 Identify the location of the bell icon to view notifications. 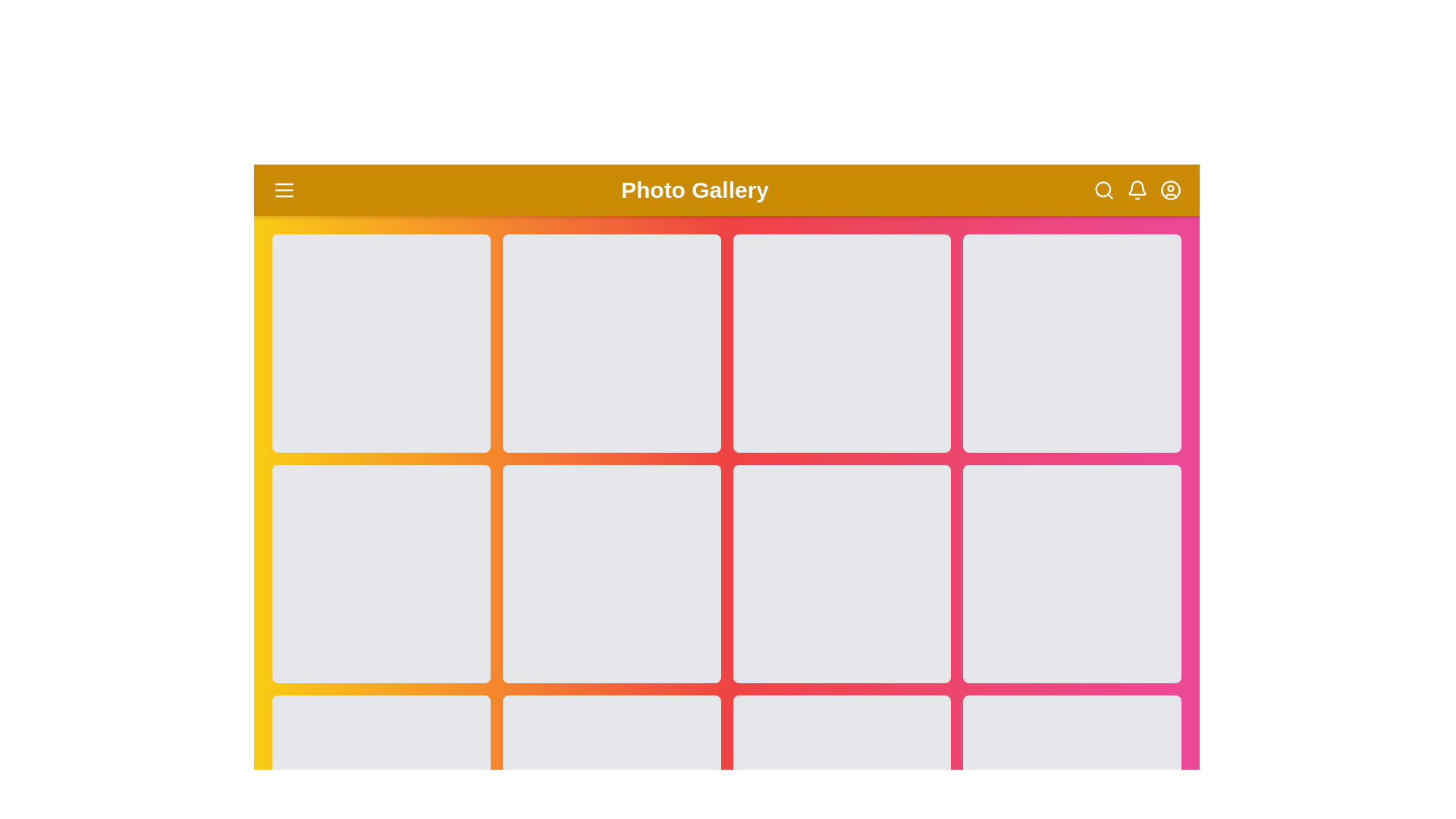
(1137, 189).